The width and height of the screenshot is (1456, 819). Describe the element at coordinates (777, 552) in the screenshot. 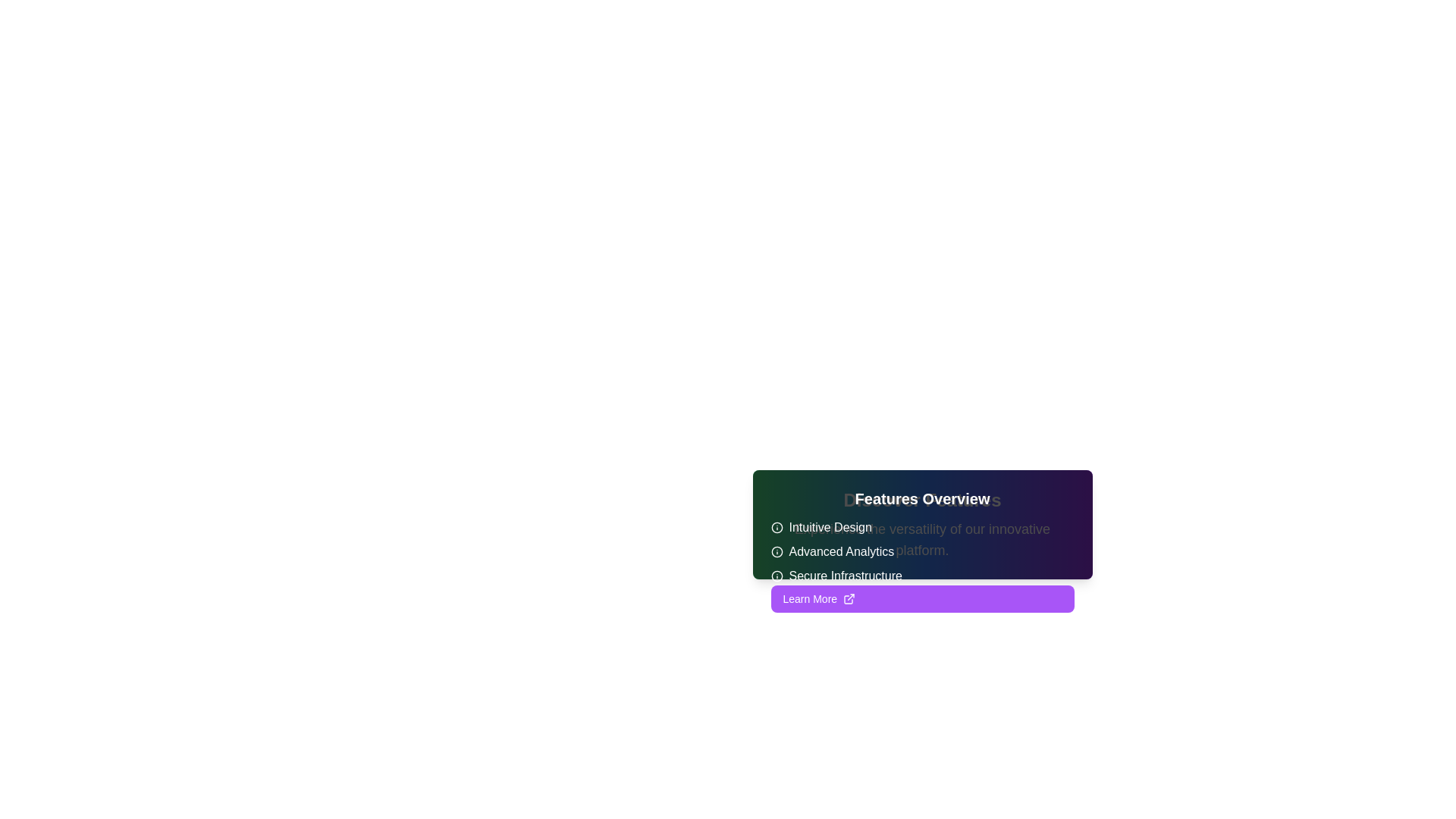

I see `the informational marker icon located to the left of the 'Advanced Analytics' text to show contextual options` at that location.